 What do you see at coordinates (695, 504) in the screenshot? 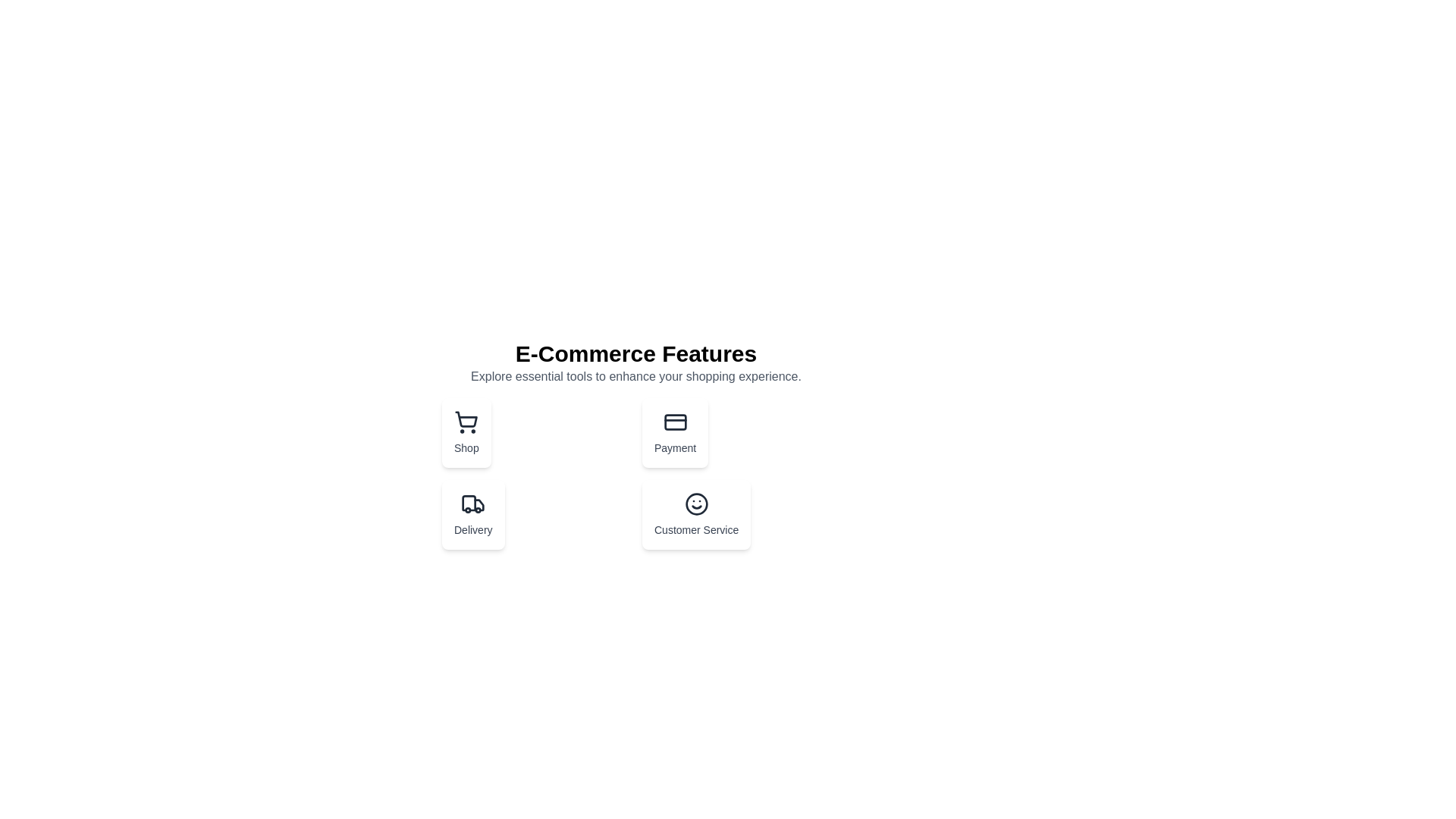
I see `the smiley face icon associated with the 'Customer Service' label, which is styled with a gray stroke and located in the right section of the grid layout` at bounding box center [695, 504].